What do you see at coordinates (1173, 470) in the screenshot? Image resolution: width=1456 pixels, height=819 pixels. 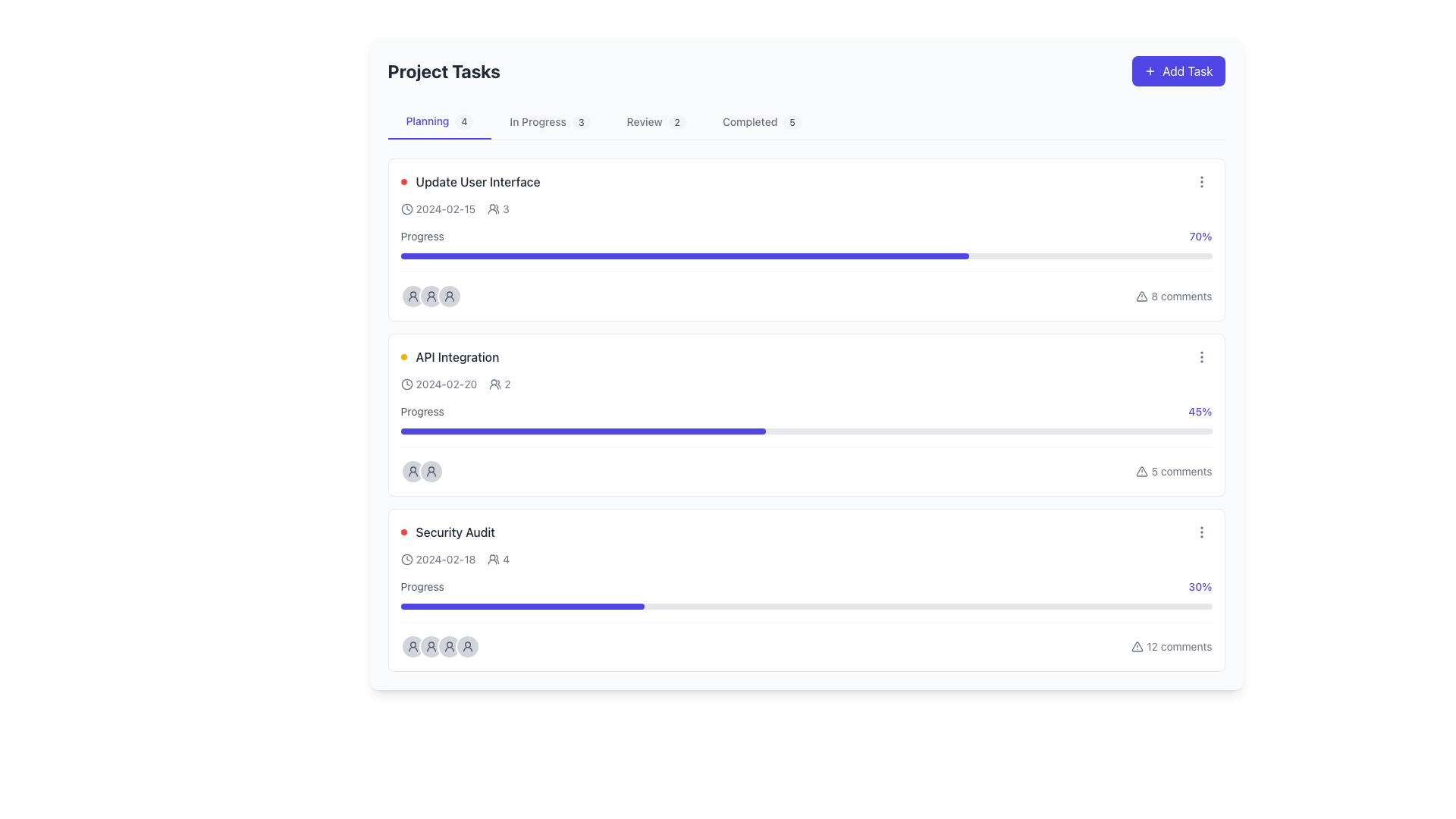 I see `the '5 comments' text indicator with a triangular warning icon located at the bottom right of the second task card labeled 'API Integration'` at bounding box center [1173, 470].